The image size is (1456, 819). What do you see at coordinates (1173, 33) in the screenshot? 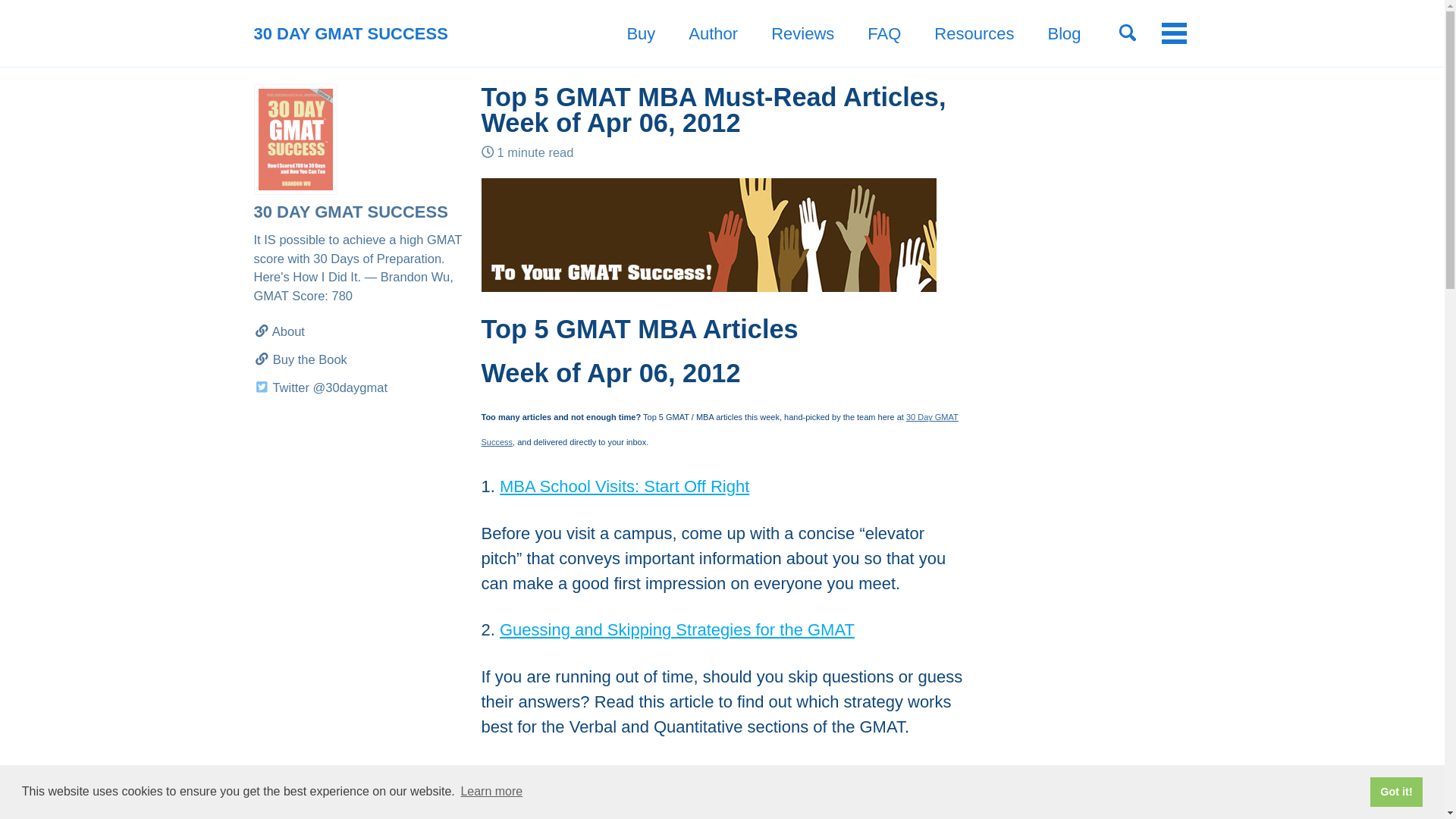
I see `'Toggle Menu'` at bounding box center [1173, 33].